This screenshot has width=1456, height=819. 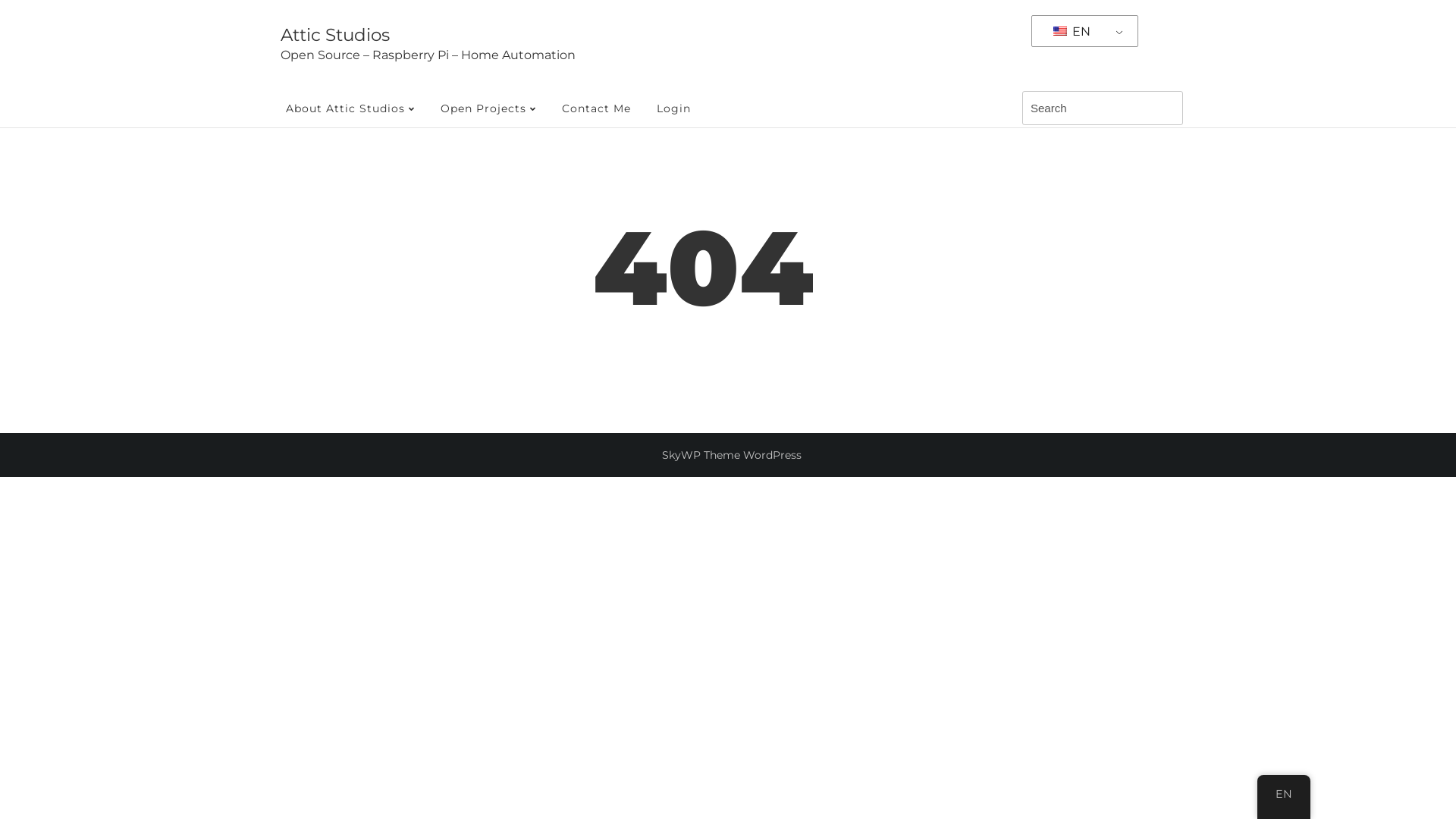 I want to click on 'About Attic Studios', so click(x=349, y=107).